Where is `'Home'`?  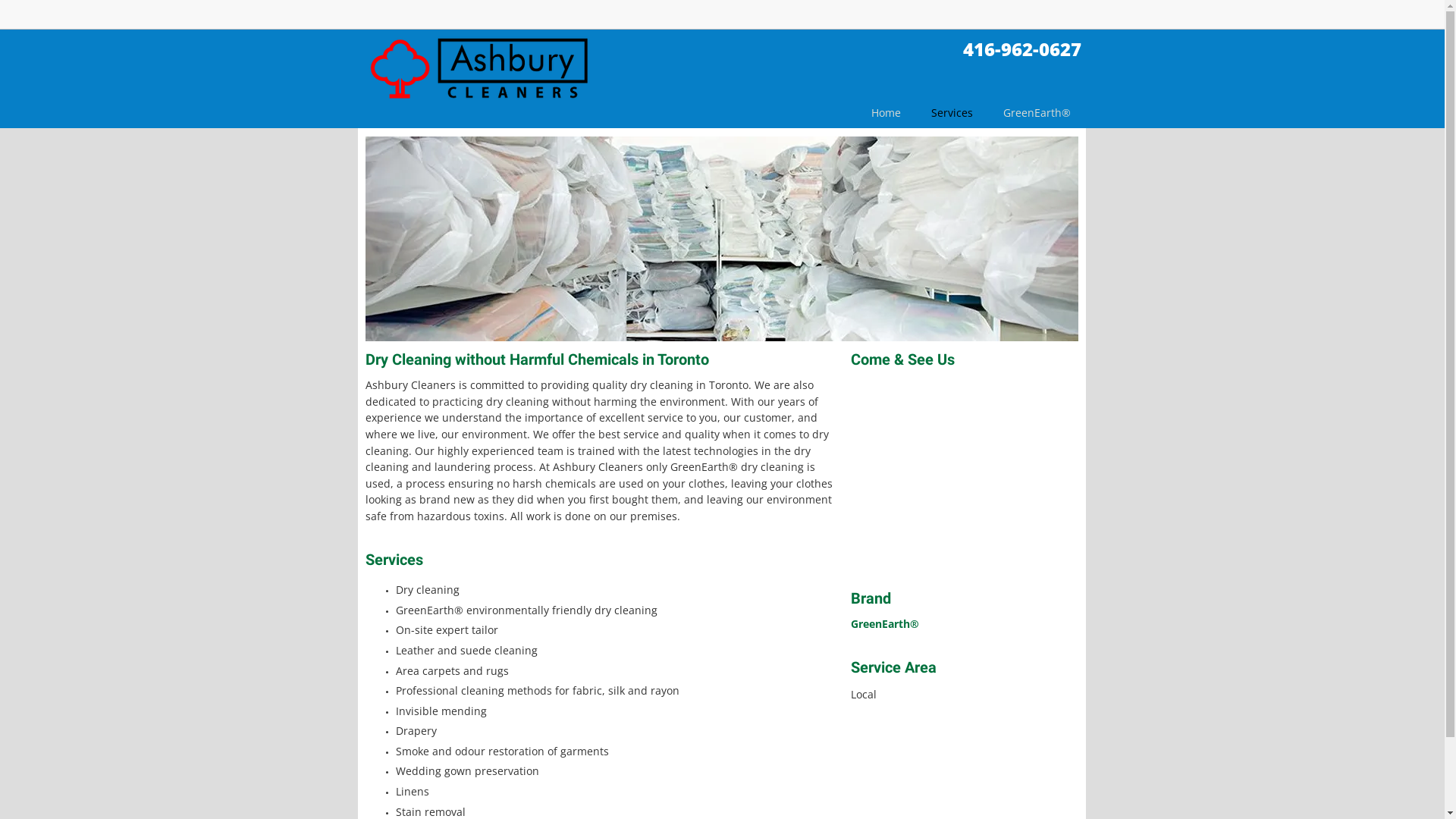
'Home' is located at coordinates (855, 116).